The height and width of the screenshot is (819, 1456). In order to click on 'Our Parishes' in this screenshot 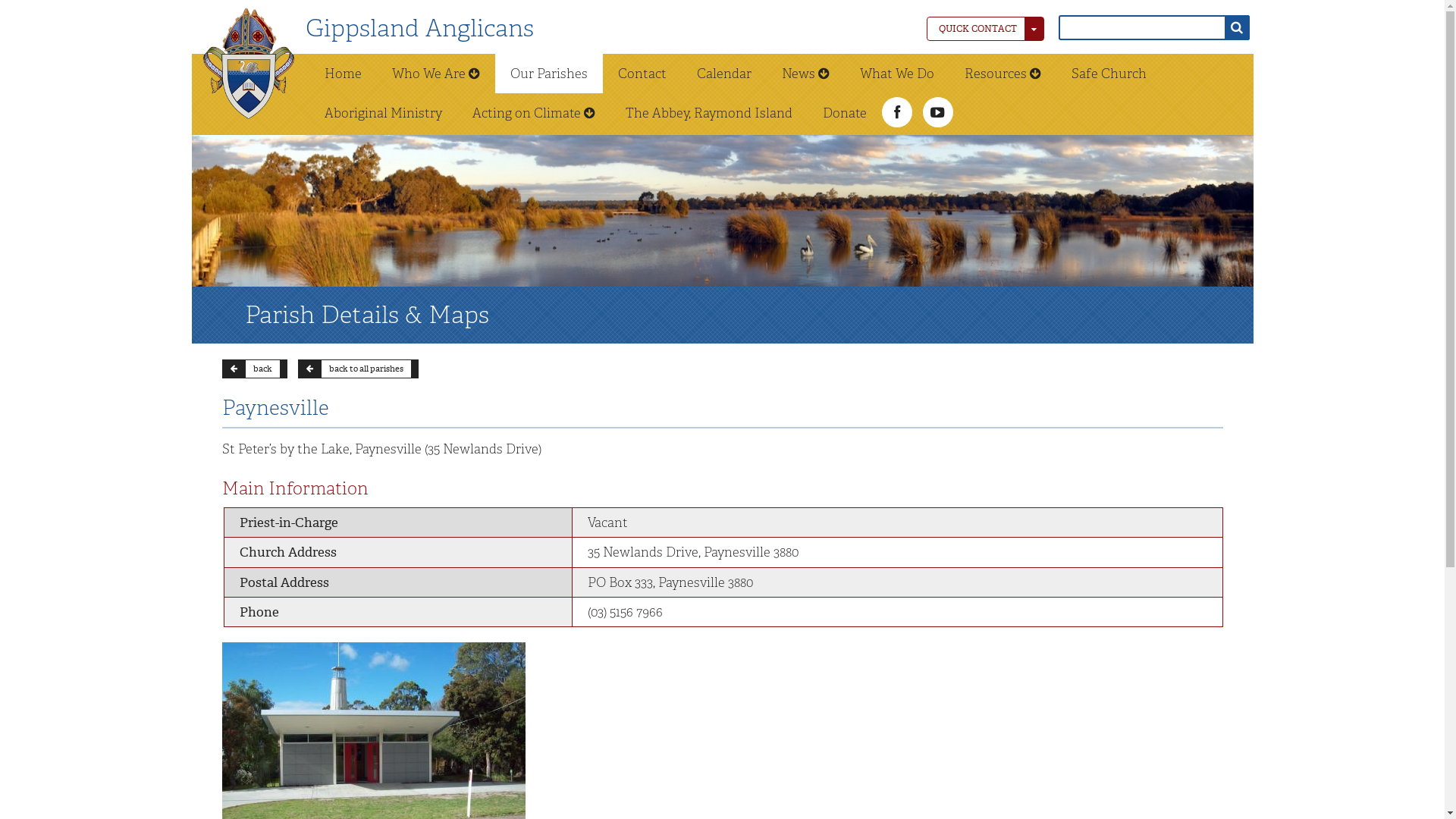, I will do `click(548, 73)`.